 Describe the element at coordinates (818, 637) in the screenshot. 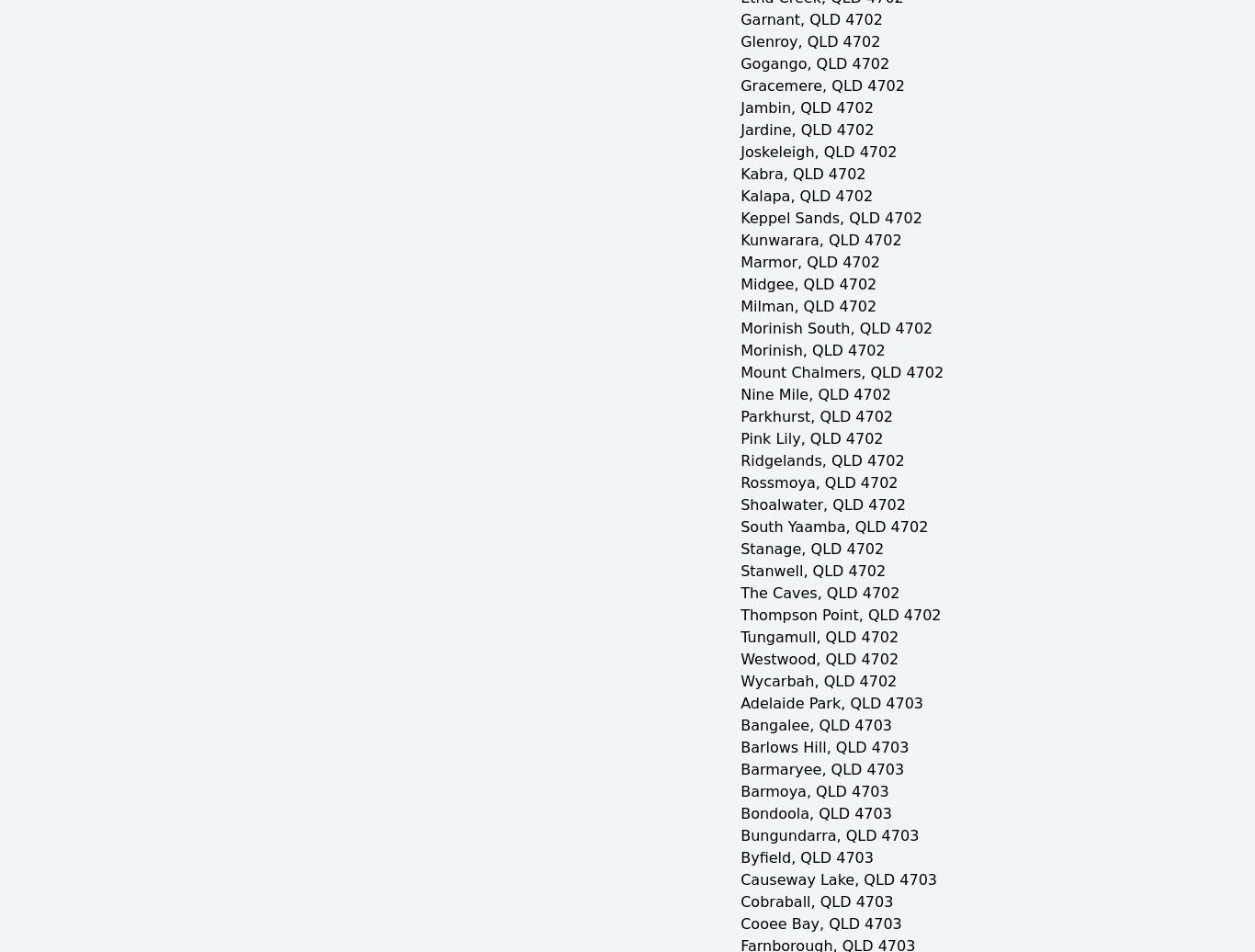

I see `'Tungamull, QLD 4702'` at that location.